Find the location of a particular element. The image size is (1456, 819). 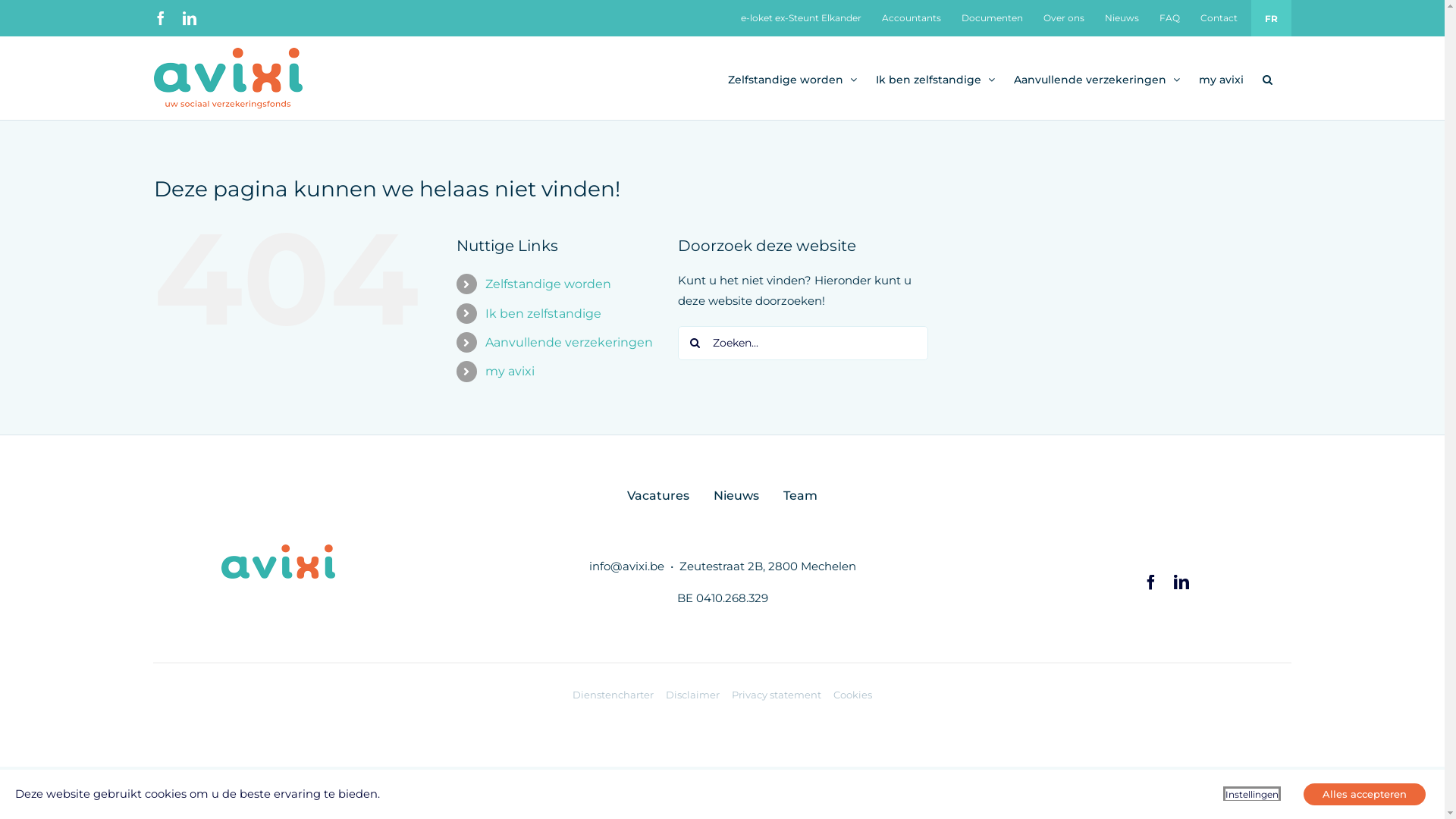

'Documenten' is located at coordinates (991, 17).